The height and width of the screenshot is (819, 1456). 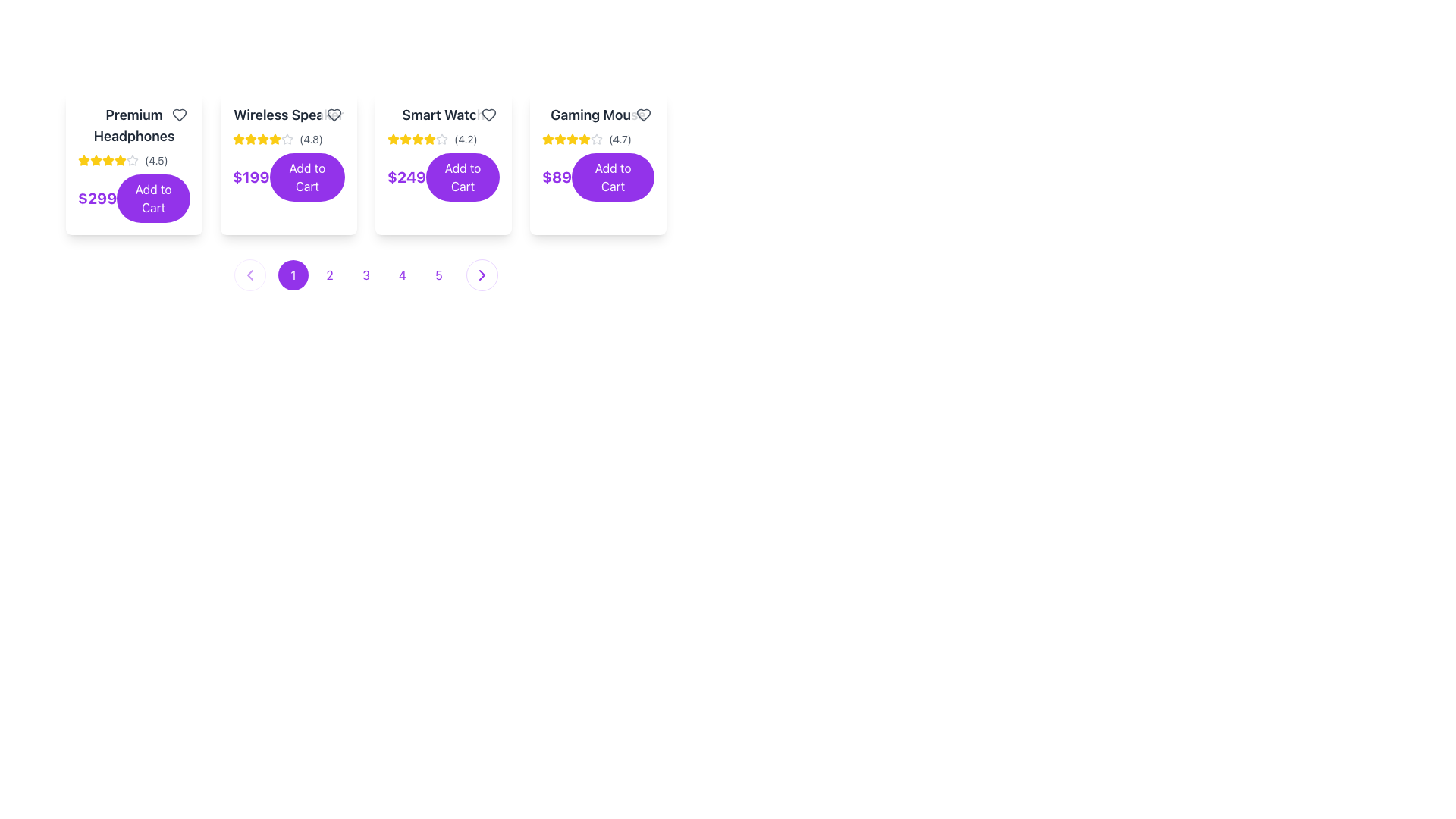 What do you see at coordinates (251, 140) in the screenshot?
I see `the third yellow star icon in the rating system of the 'Wireless Speaker' card to interact with the rating system` at bounding box center [251, 140].